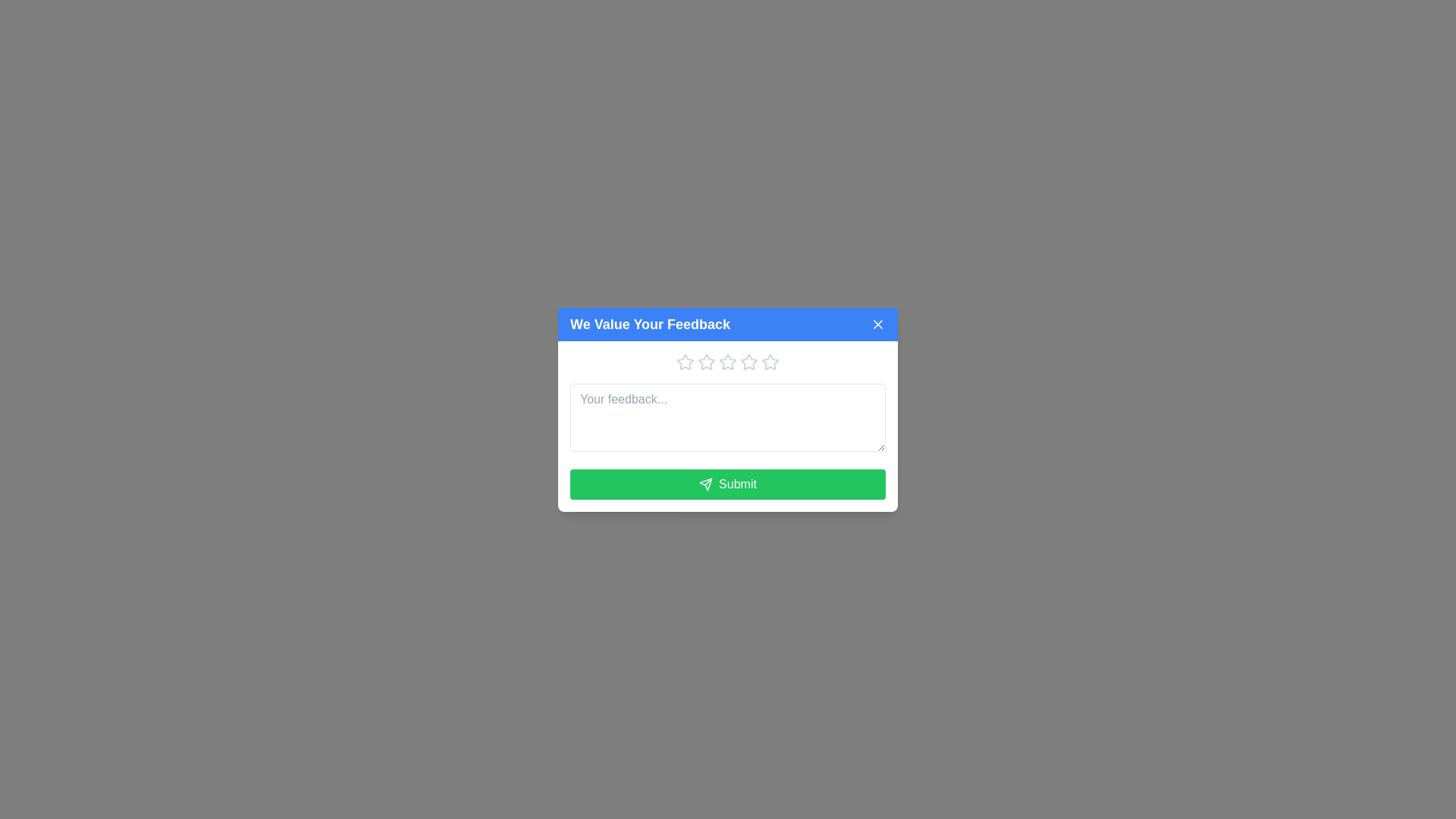  I want to click on the green button labeled 'Submit' that displays a bold white font, located at the bottom of the feedback modal, so click(738, 484).